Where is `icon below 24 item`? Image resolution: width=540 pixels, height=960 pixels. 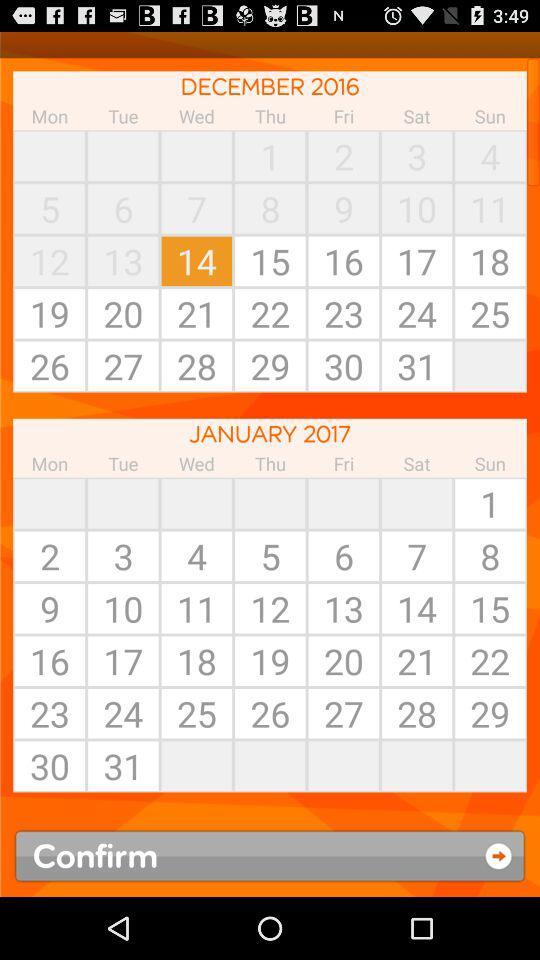
icon below 24 item is located at coordinates (196, 765).